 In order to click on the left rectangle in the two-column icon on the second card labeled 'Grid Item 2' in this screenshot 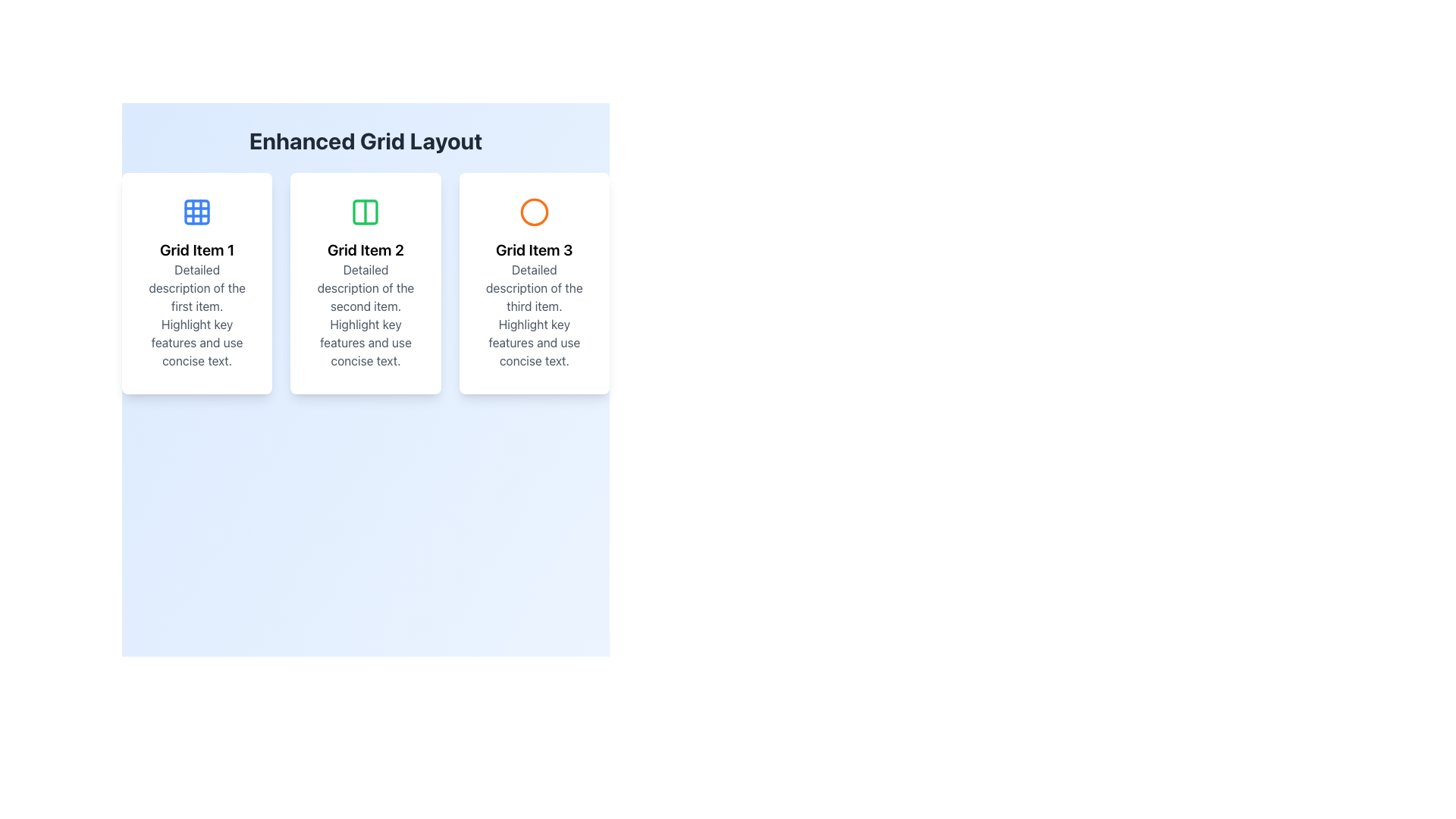, I will do `click(366, 212)`.